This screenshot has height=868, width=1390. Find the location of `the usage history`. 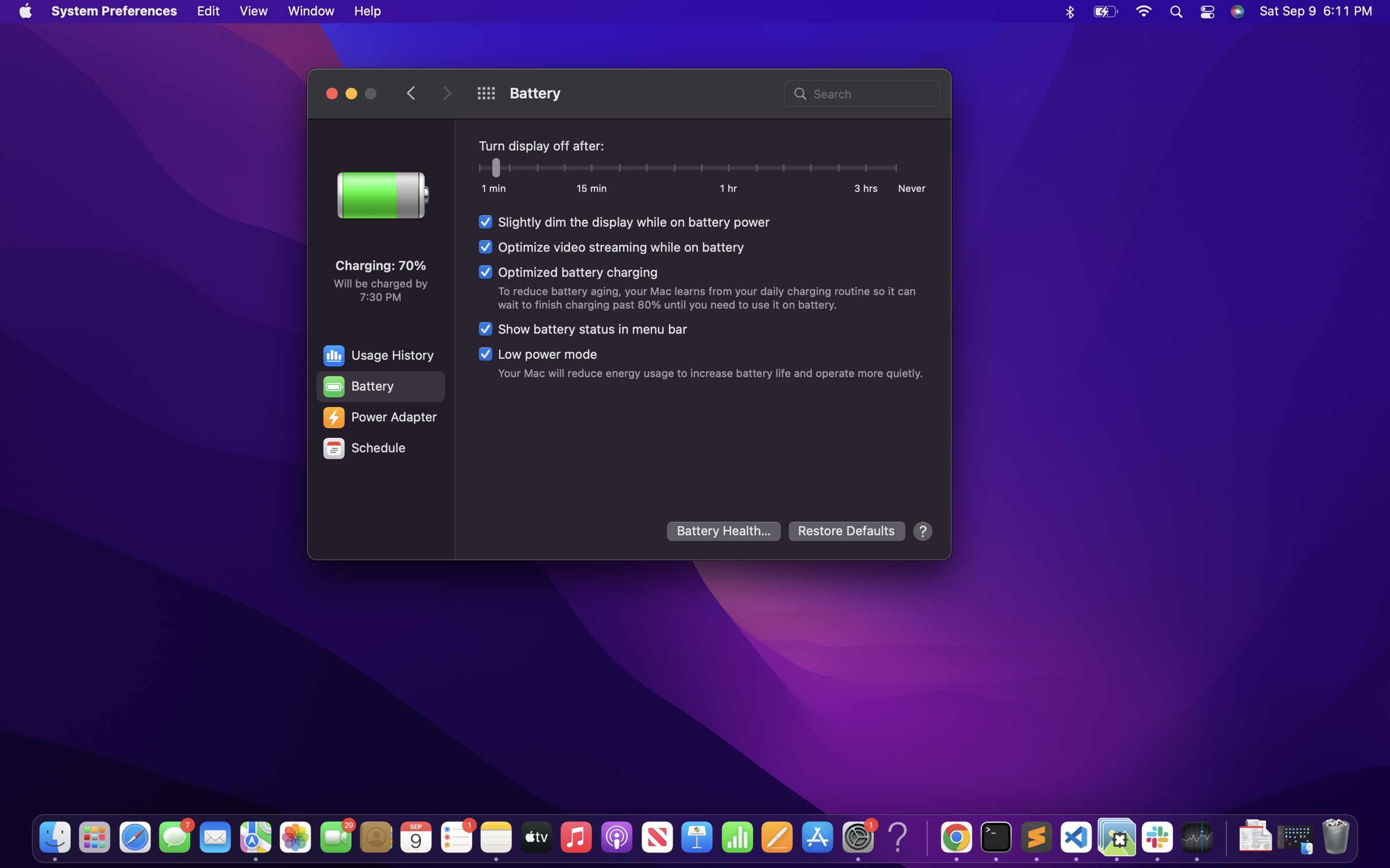

the usage history is located at coordinates (379, 354).